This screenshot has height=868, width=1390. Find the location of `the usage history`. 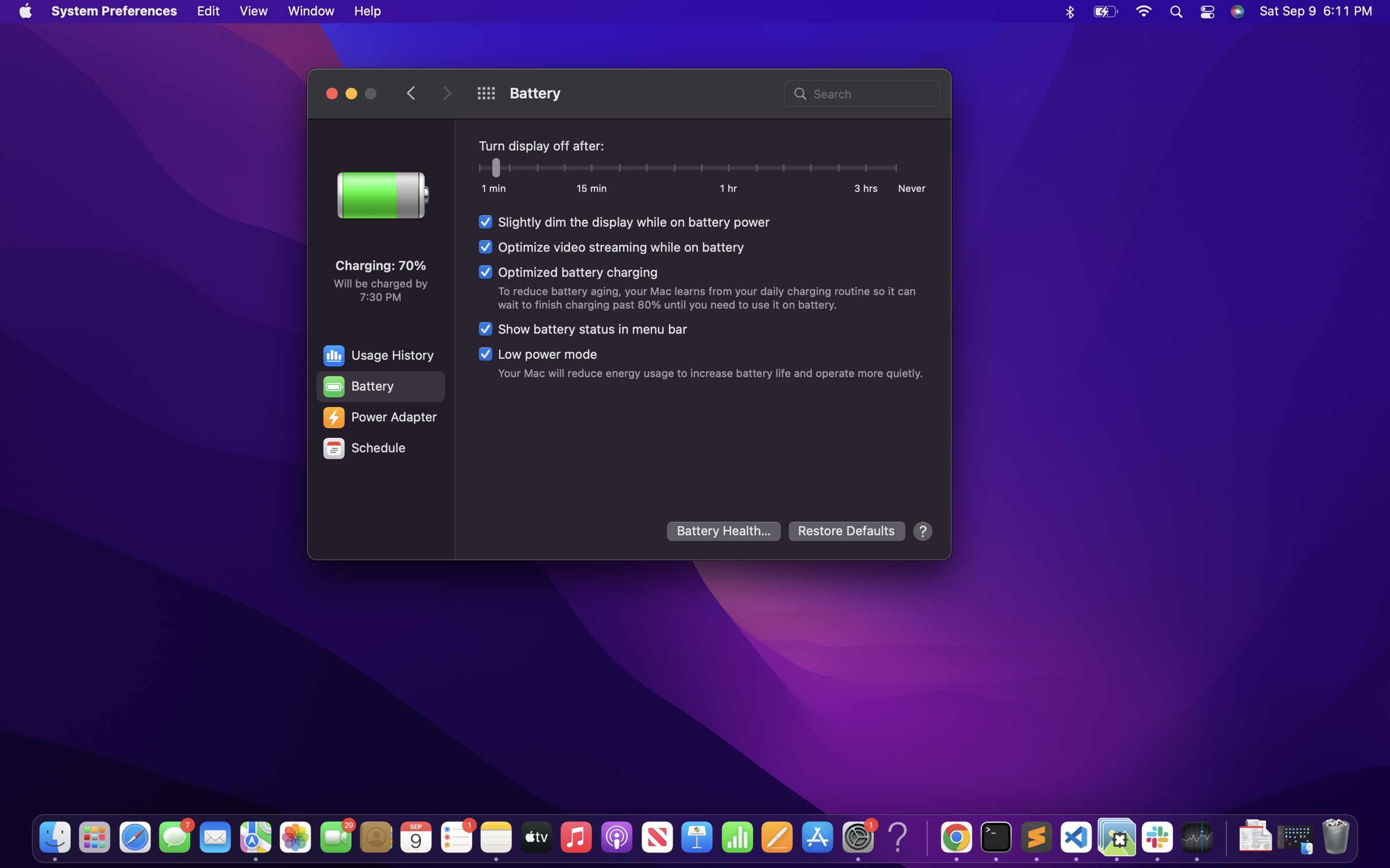

the usage history is located at coordinates (379, 354).